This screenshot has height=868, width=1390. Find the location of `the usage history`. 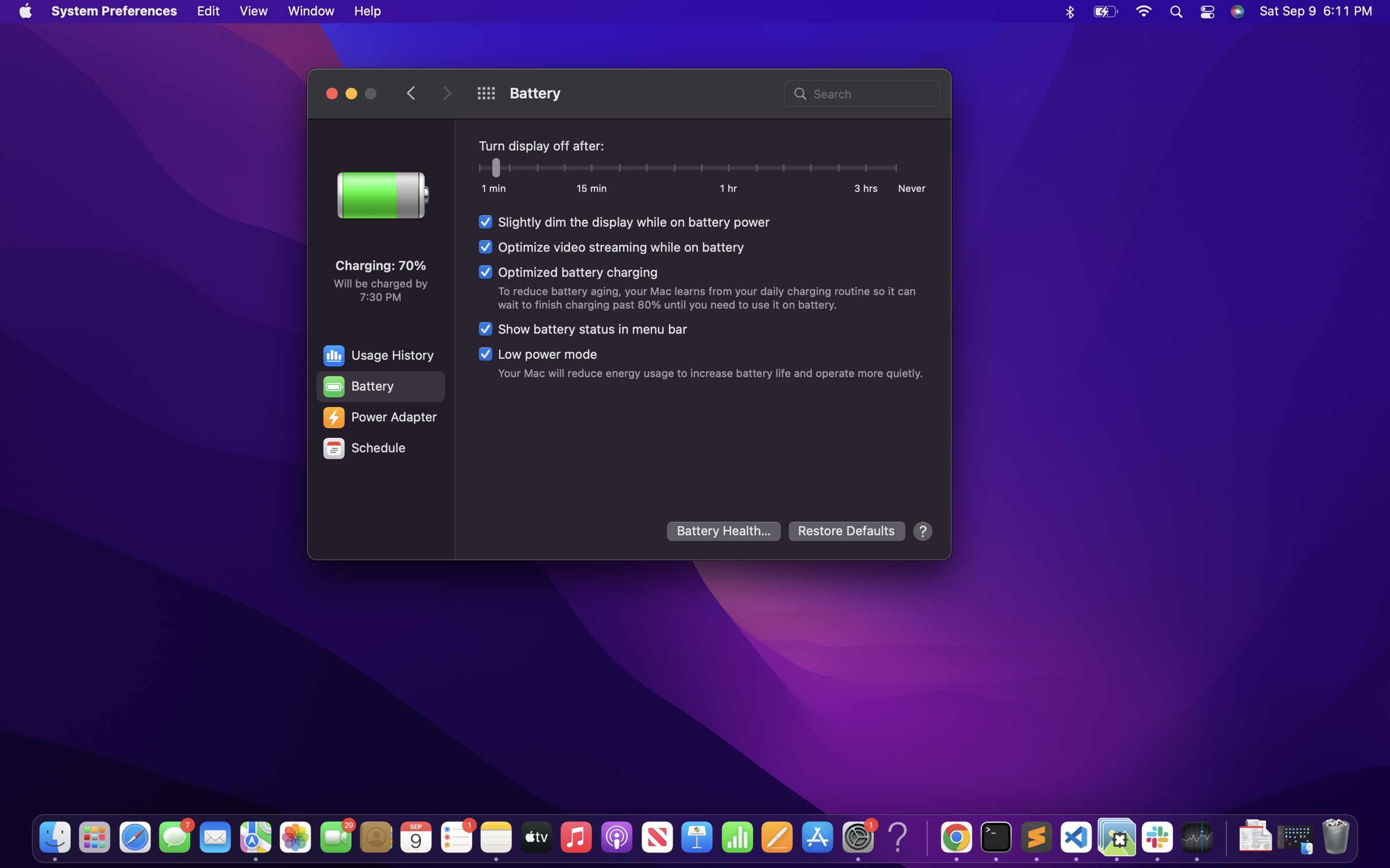

the usage history is located at coordinates (379, 354).